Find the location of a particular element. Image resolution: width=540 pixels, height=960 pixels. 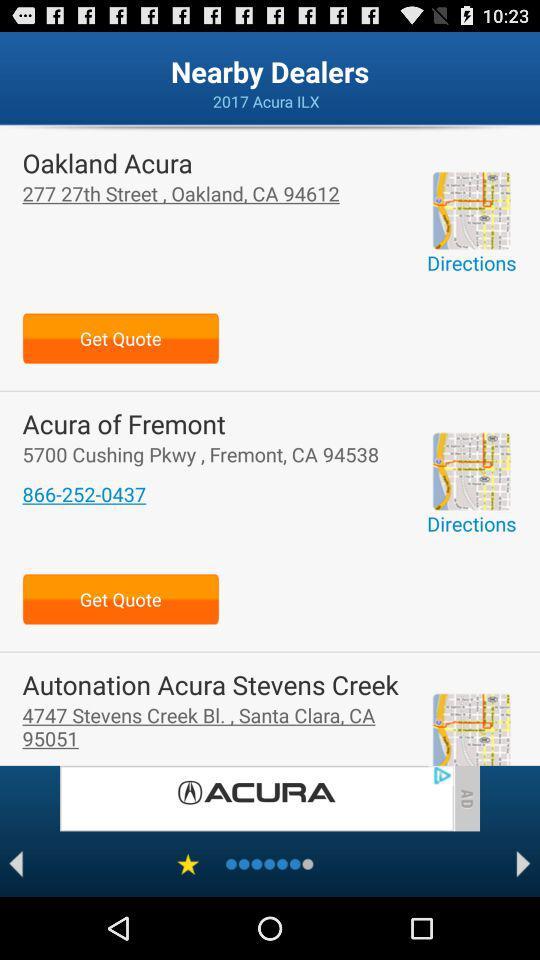

next page is located at coordinates (523, 863).